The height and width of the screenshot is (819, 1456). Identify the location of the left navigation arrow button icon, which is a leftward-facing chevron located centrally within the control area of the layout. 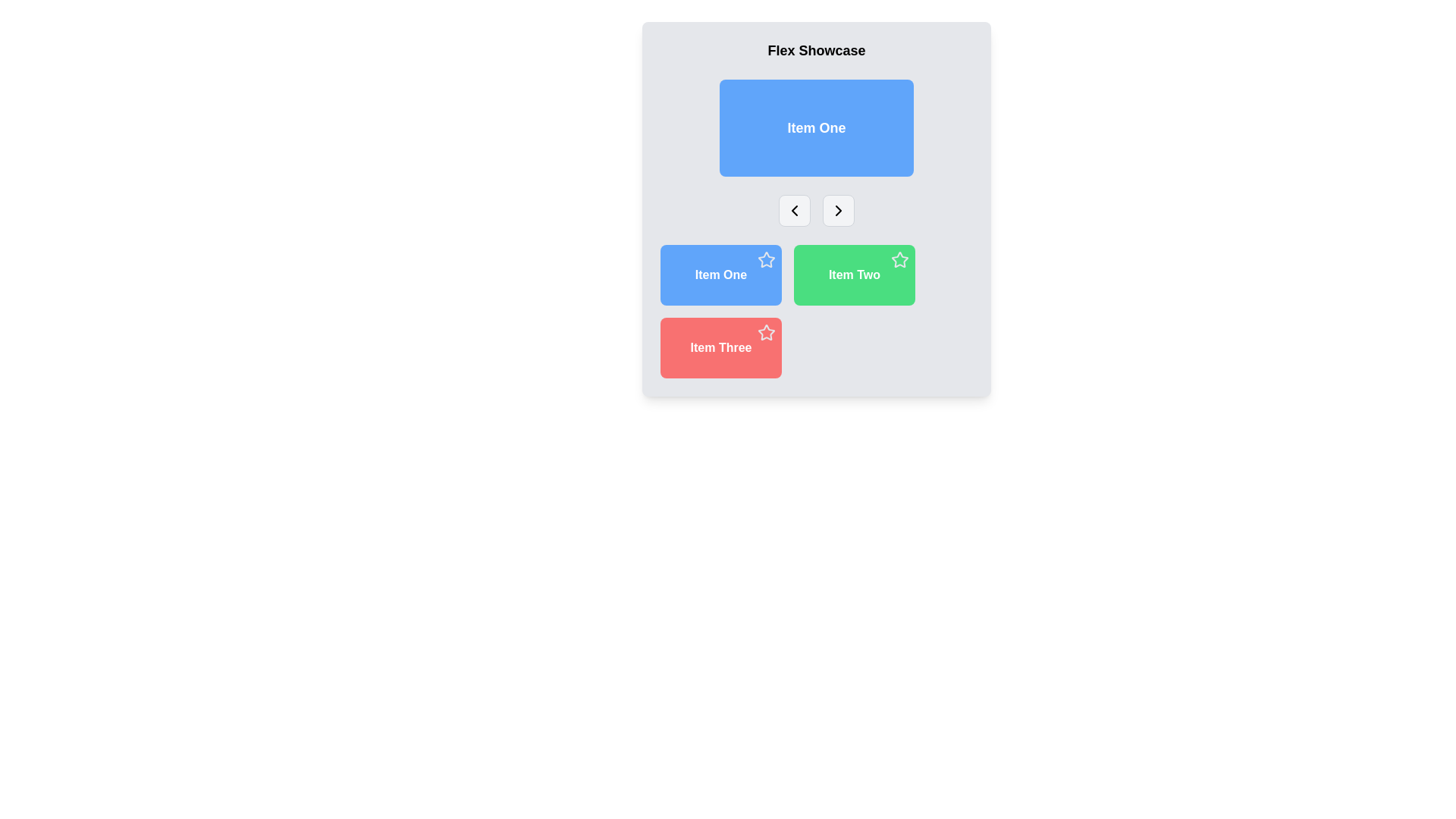
(793, 210).